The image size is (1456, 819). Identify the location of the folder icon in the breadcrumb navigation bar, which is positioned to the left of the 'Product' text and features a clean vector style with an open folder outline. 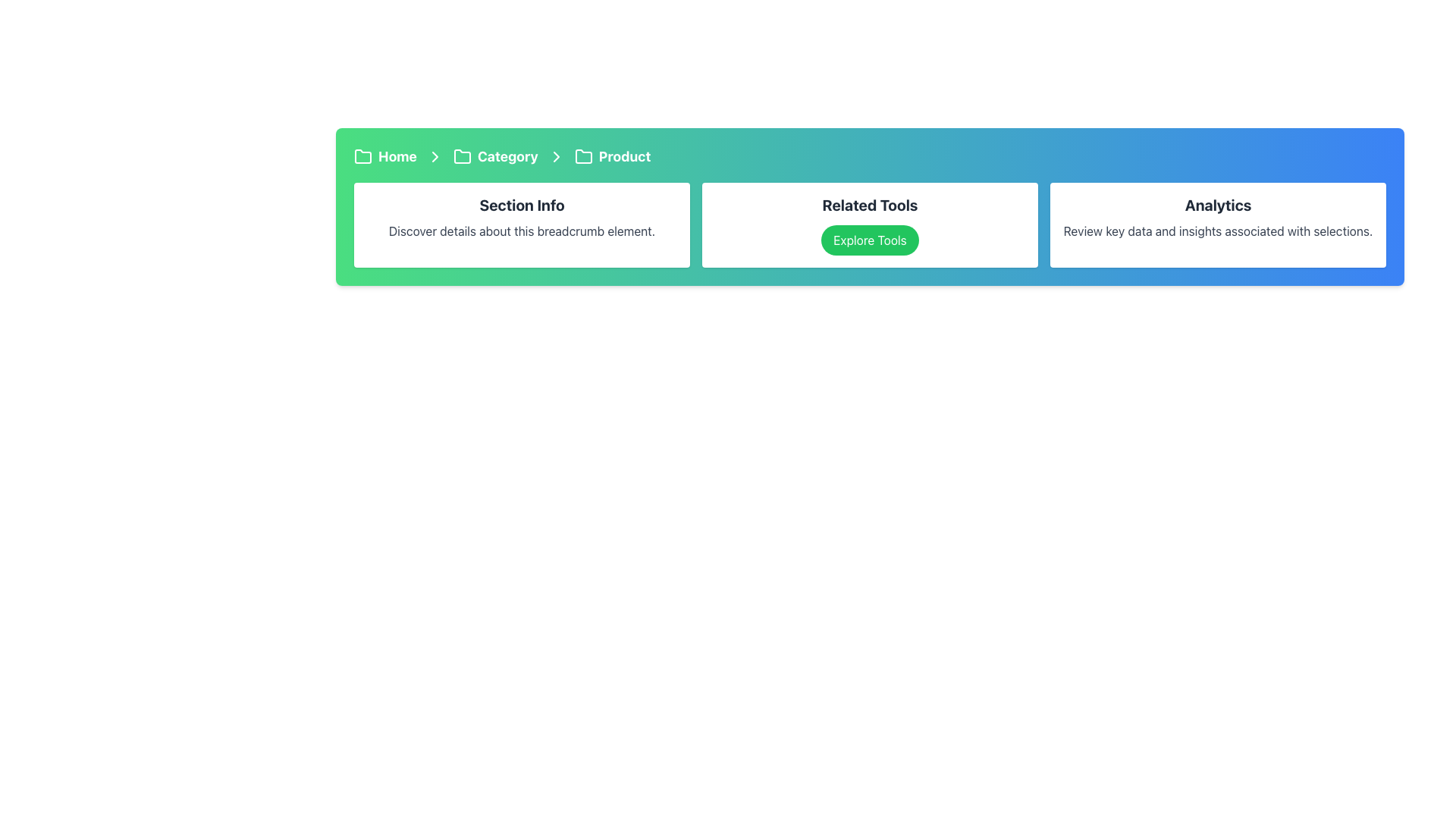
(582, 157).